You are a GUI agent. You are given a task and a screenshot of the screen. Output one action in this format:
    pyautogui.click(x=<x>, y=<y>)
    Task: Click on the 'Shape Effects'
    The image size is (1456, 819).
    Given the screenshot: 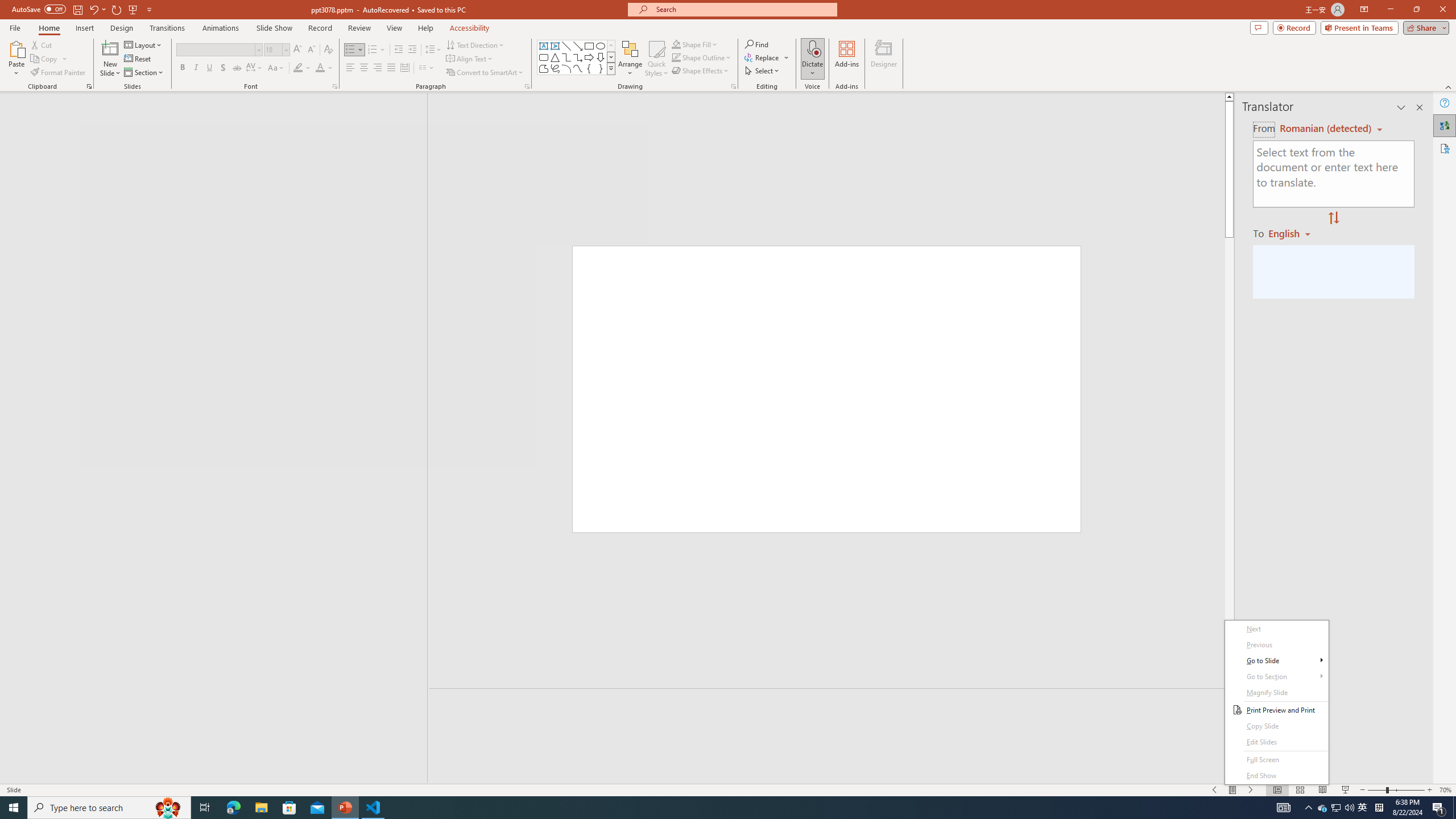 What is the action you would take?
    pyautogui.click(x=700, y=69)
    